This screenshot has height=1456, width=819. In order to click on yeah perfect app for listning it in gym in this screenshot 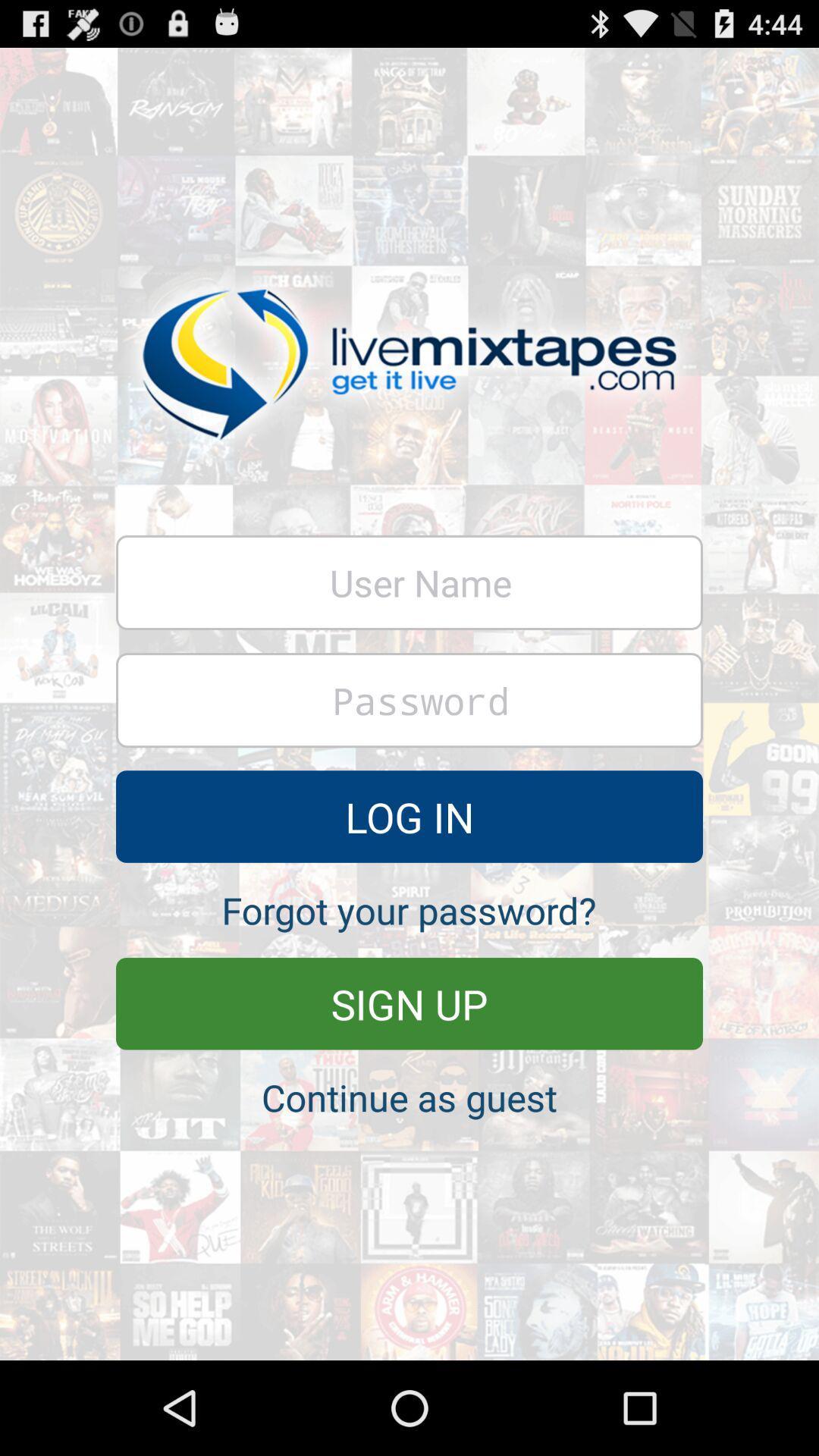, I will do `click(409, 699)`.